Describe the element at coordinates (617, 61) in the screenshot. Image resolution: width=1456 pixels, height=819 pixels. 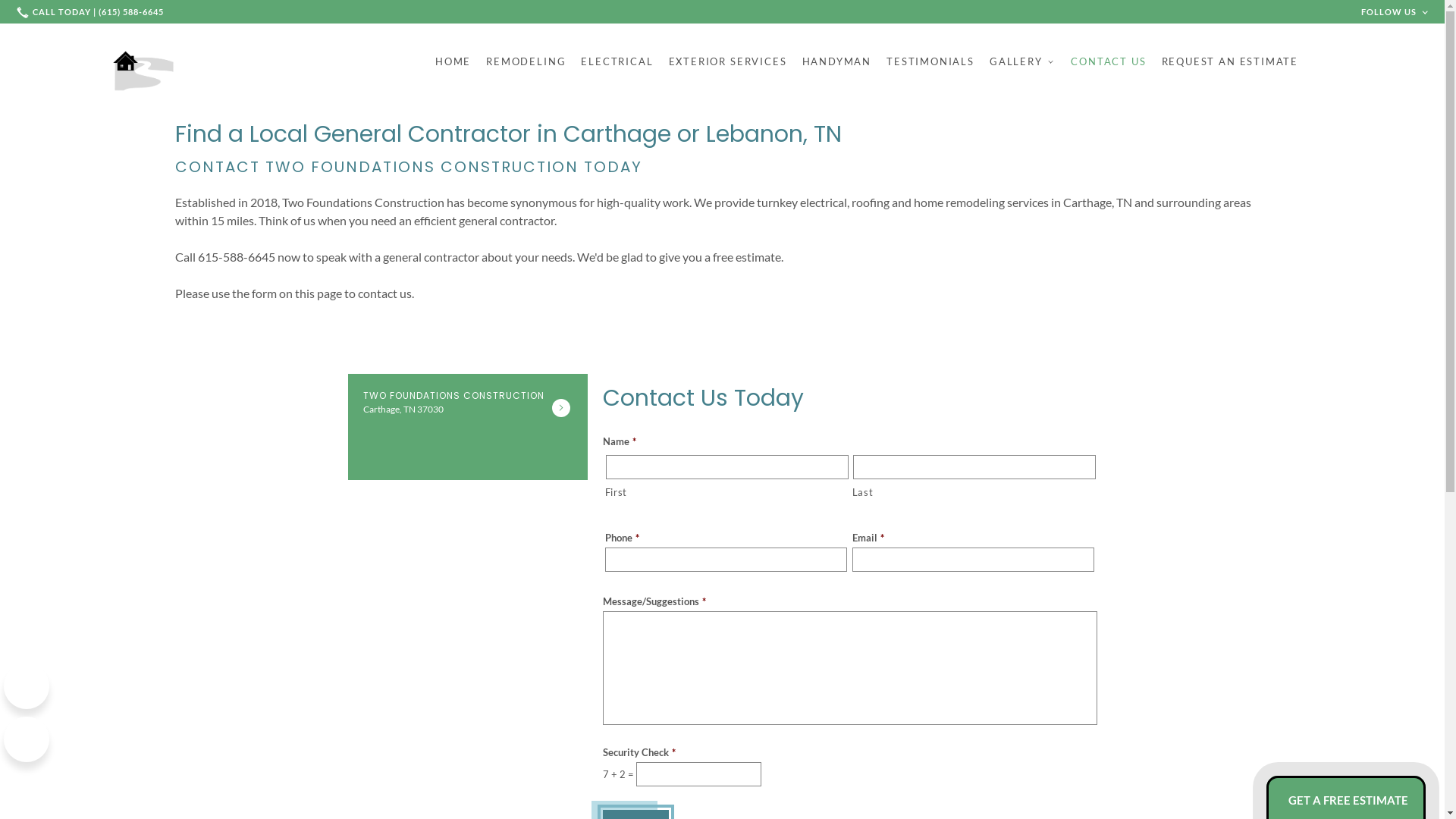
I see `'ELECTRICAL'` at that location.